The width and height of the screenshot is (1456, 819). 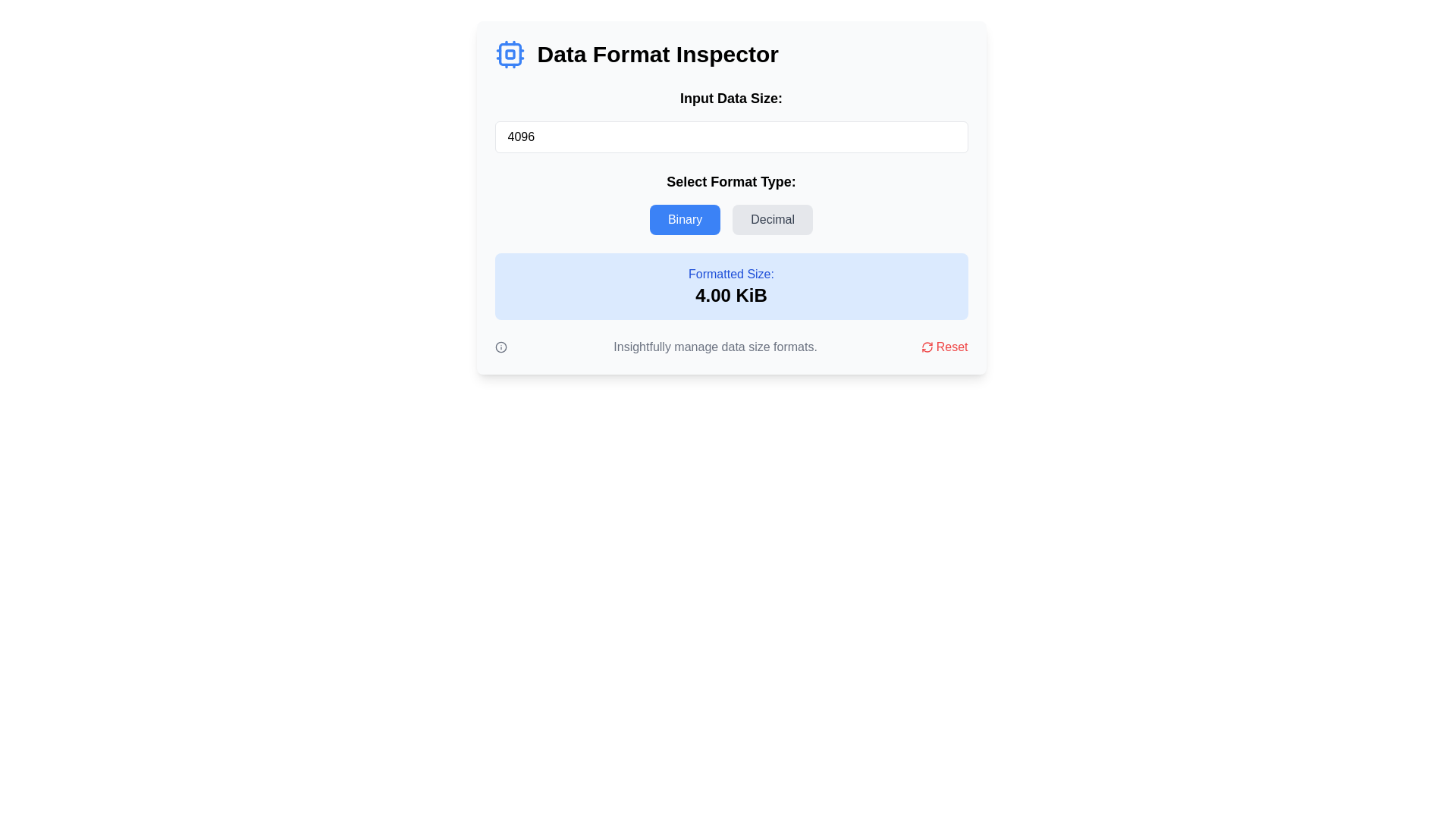 What do you see at coordinates (684, 219) in the screenshot?
I see `the leftmost button in the 'Select Format Type' section` at bounding box center [684, 219].